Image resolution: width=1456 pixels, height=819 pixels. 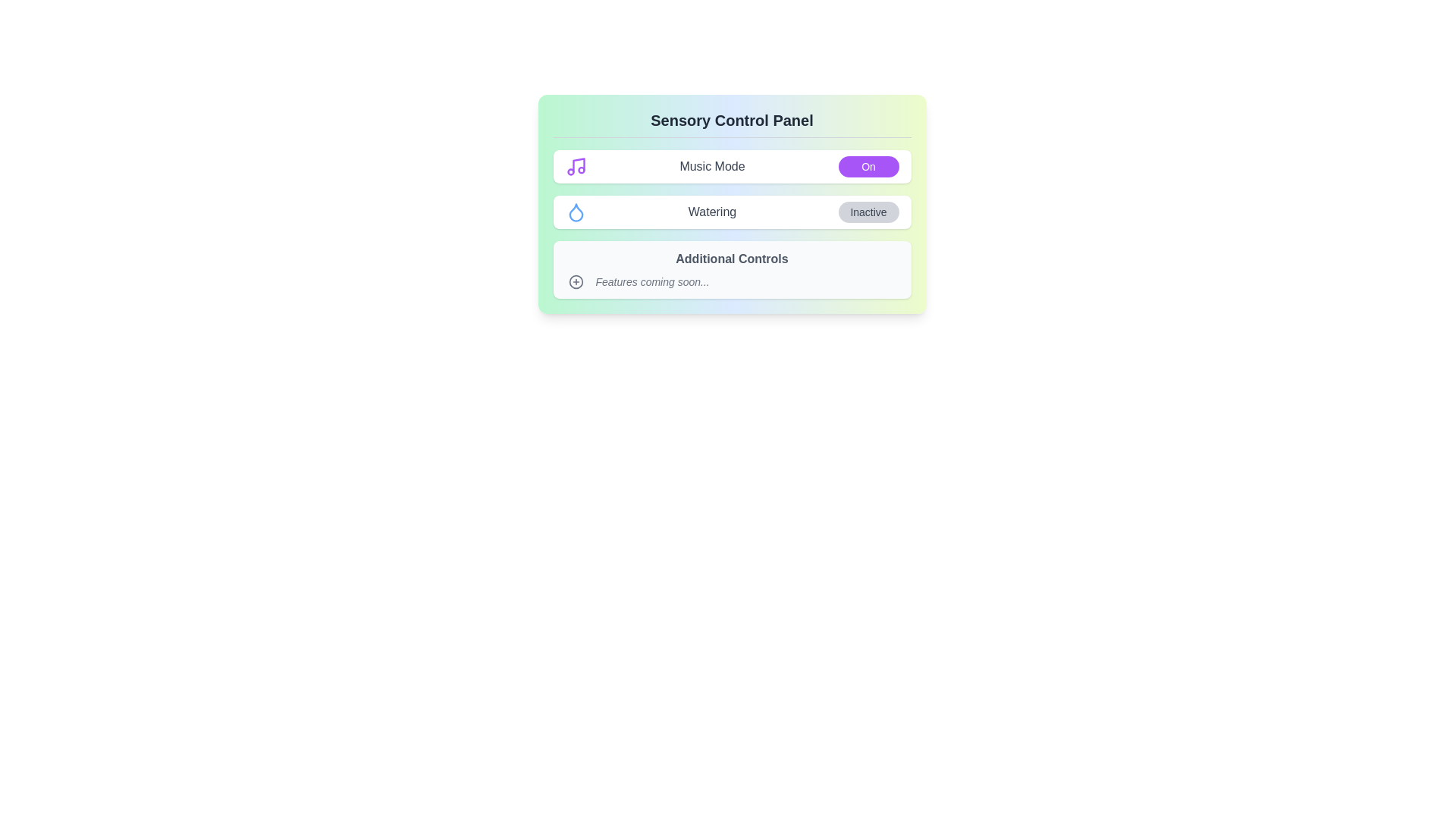 What do you see at coordinates (575, 212) in the screenshot?
I see `the 'Watering' icon located in the Sensory Control Panel, positioned to the left of the 'Watering' text` at bounding box center [575, 212].